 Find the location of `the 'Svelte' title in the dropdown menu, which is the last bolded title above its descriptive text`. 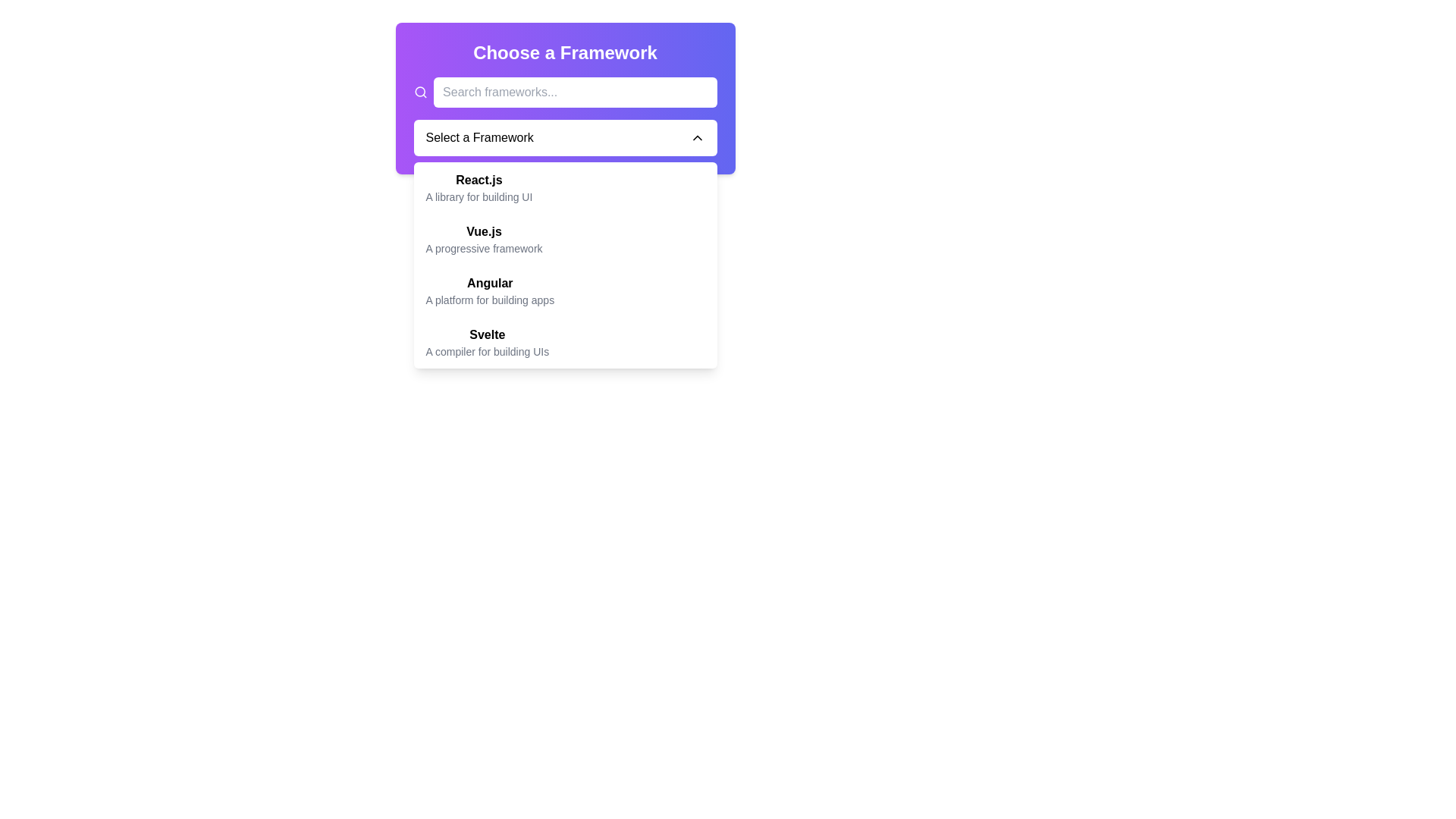

the 'Svelte' title in the dropdown menu, which is the last bolded title above its descriptive text is located at coordinates (487, 334).